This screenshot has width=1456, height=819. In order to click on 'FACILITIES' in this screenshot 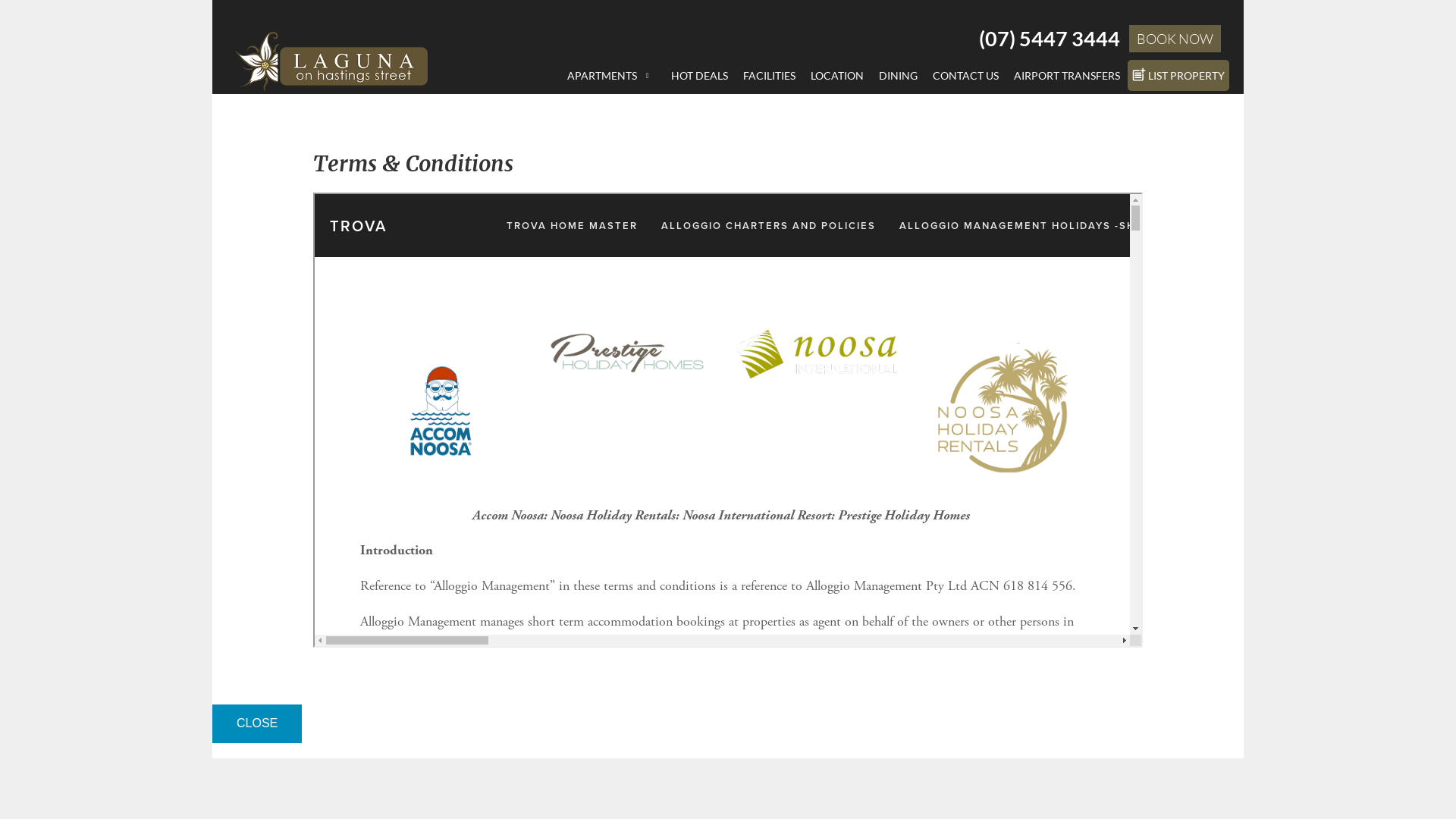, I will do `click(735, 75)`.